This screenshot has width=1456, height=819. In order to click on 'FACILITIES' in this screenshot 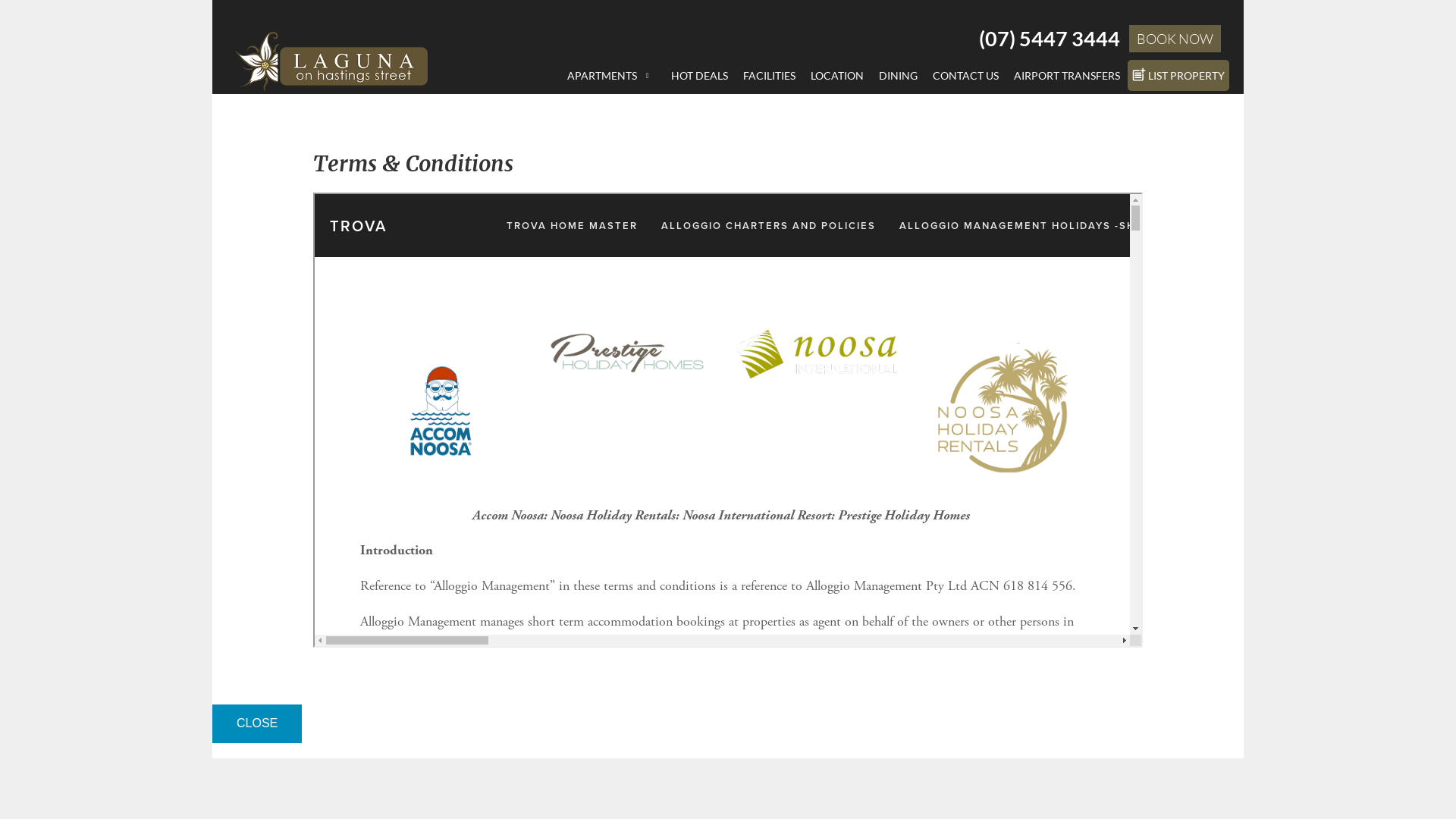, I will do `click(735, 75)`.